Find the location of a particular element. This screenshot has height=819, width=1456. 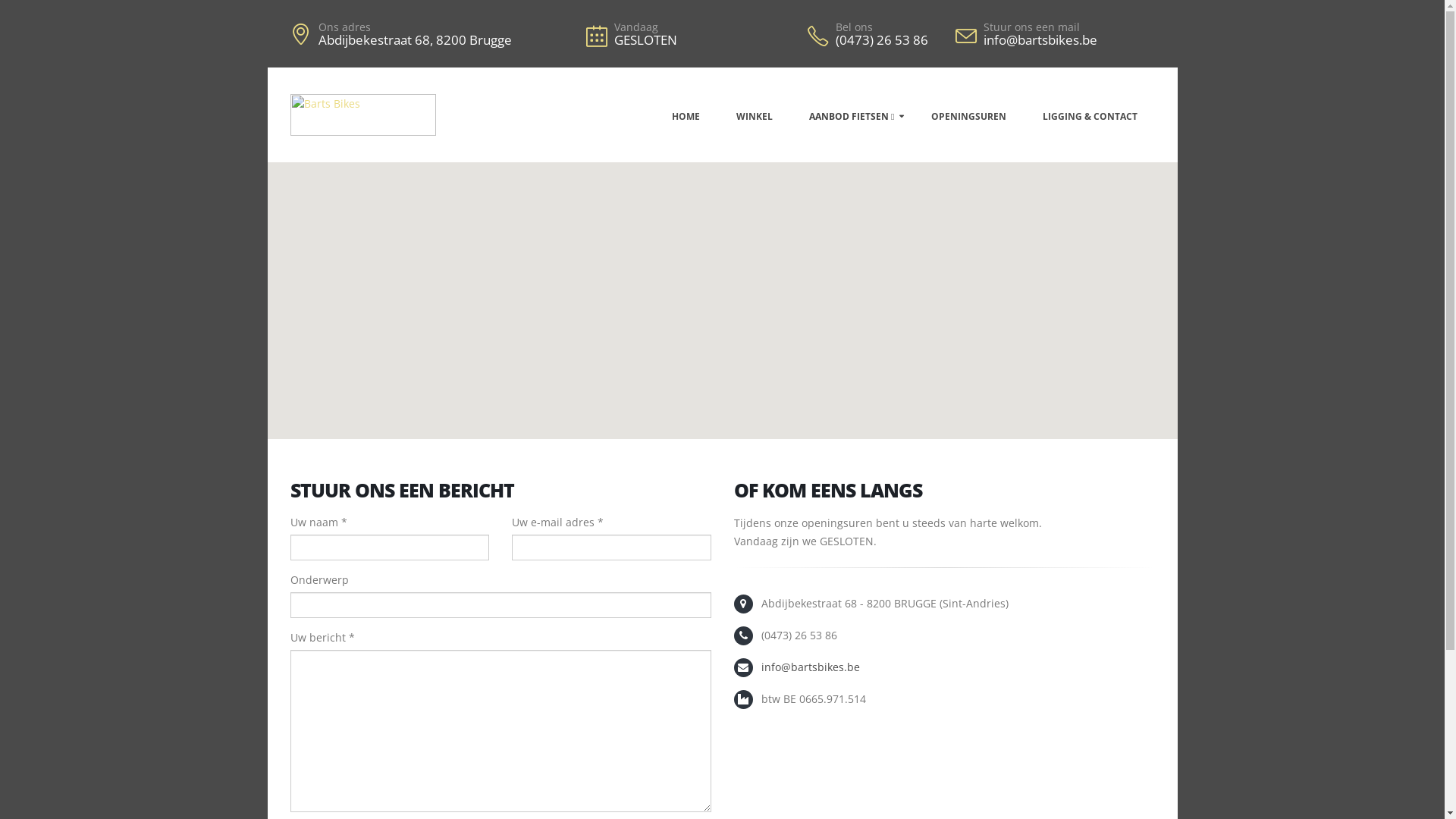

'info@bartsbikes.be' is located at coordinates (810, 666).